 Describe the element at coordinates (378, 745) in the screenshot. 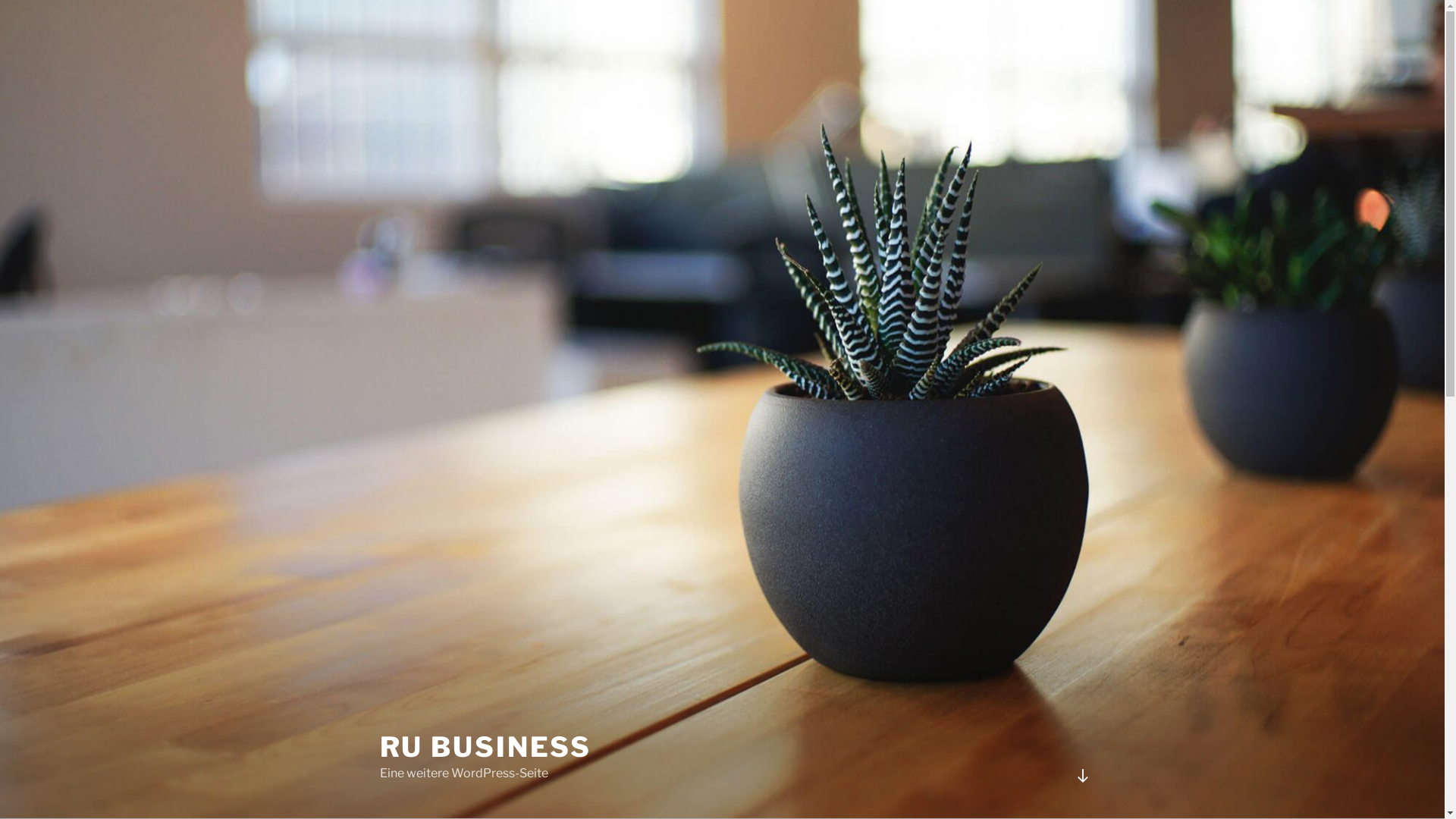

I see `'RU BUSINESS'` at that location.